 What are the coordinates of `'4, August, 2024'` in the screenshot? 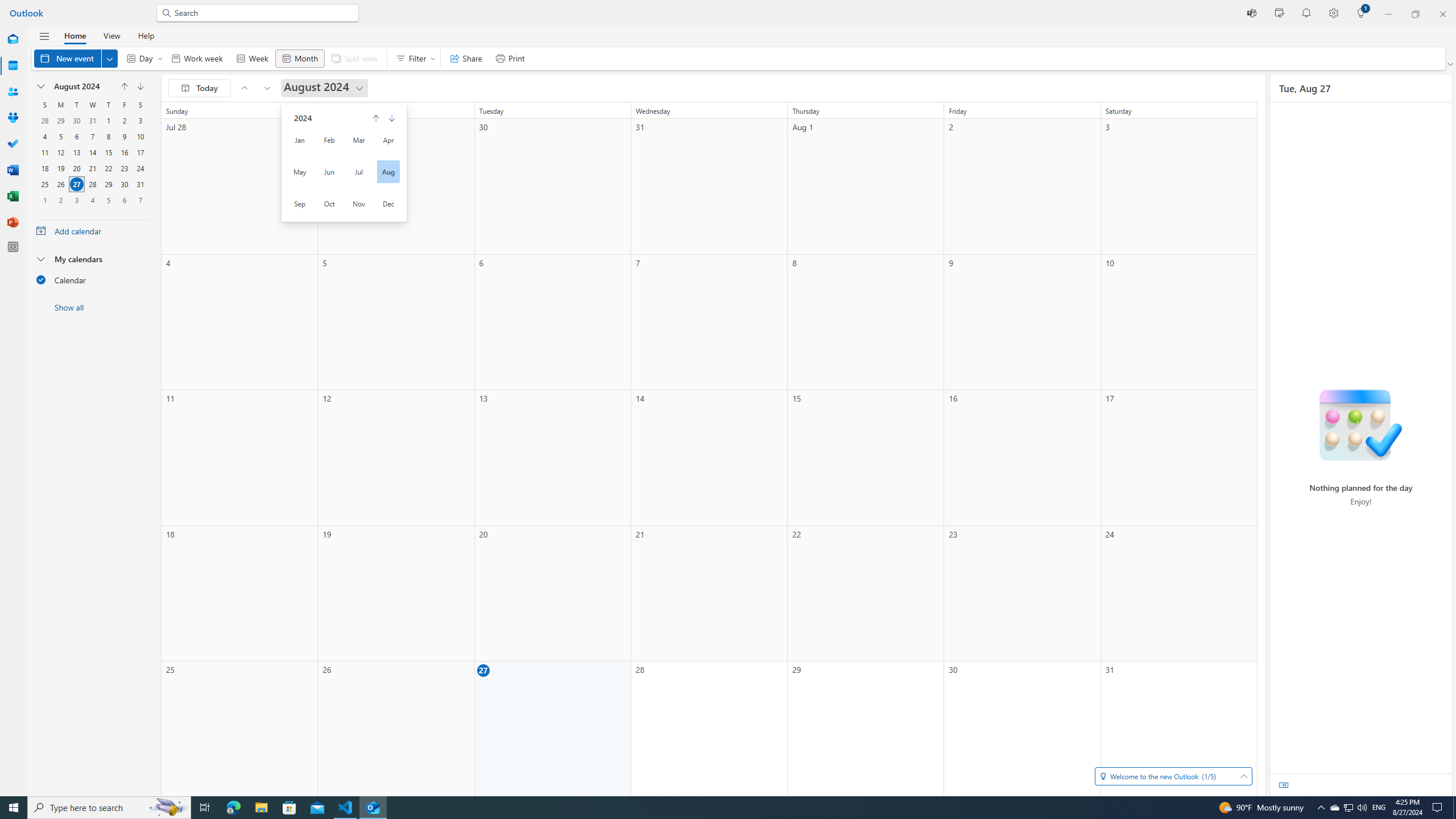 It's located at (44, 135).